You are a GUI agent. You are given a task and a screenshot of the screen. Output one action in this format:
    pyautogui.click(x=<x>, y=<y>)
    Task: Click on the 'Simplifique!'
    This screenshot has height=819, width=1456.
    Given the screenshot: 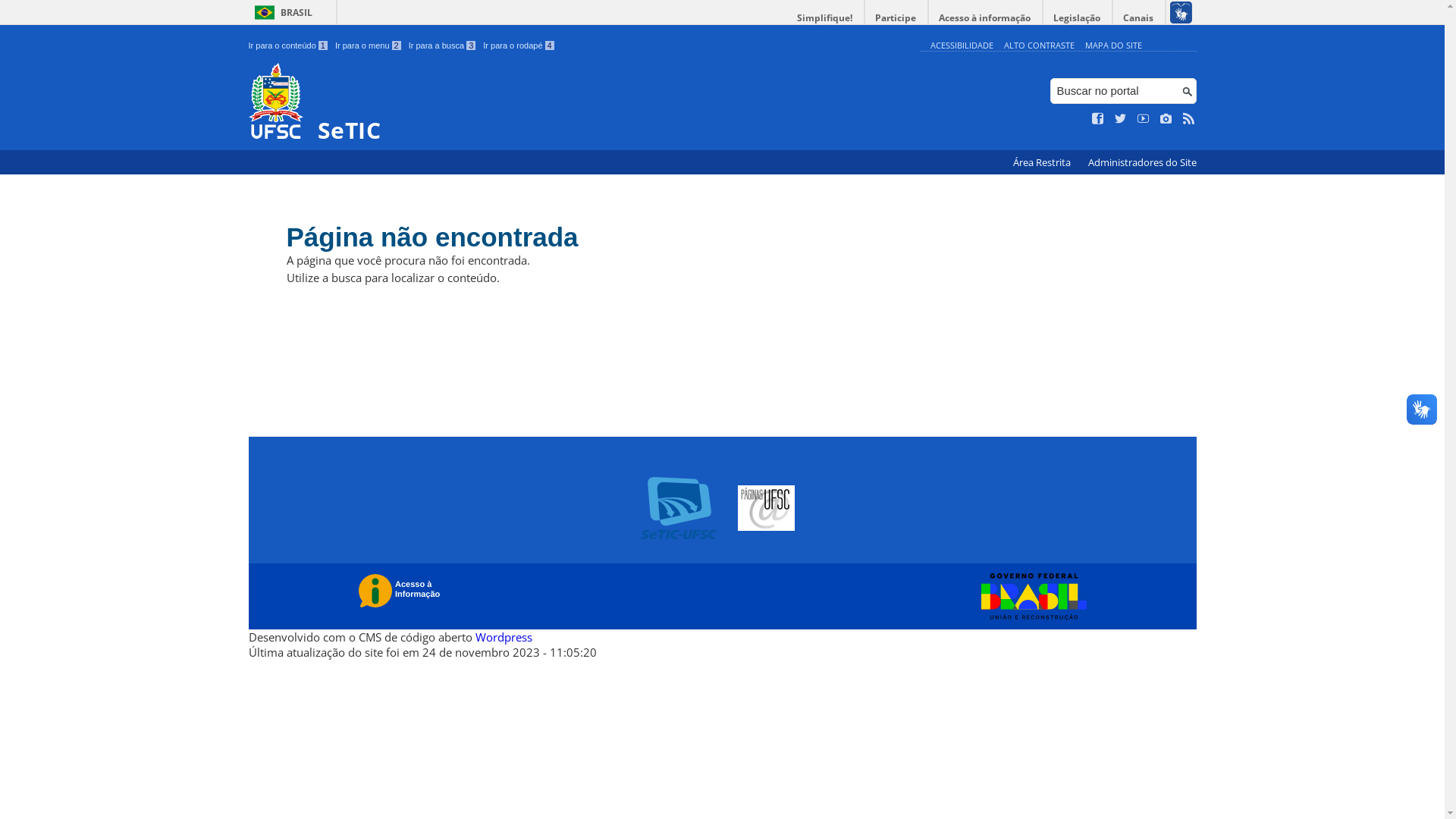 What is the action you would take?
    pyautogui.click(x=824, y=17)
    